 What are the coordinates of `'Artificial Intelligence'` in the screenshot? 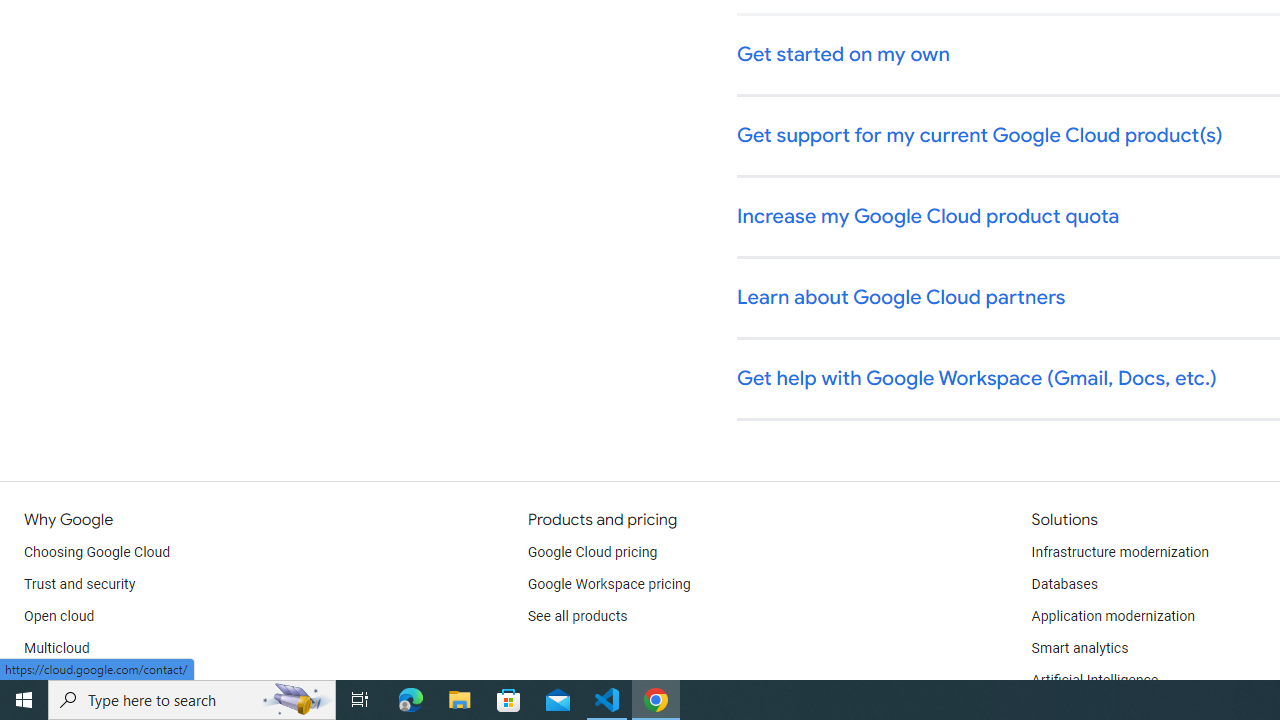 It's located at (1093, 680).